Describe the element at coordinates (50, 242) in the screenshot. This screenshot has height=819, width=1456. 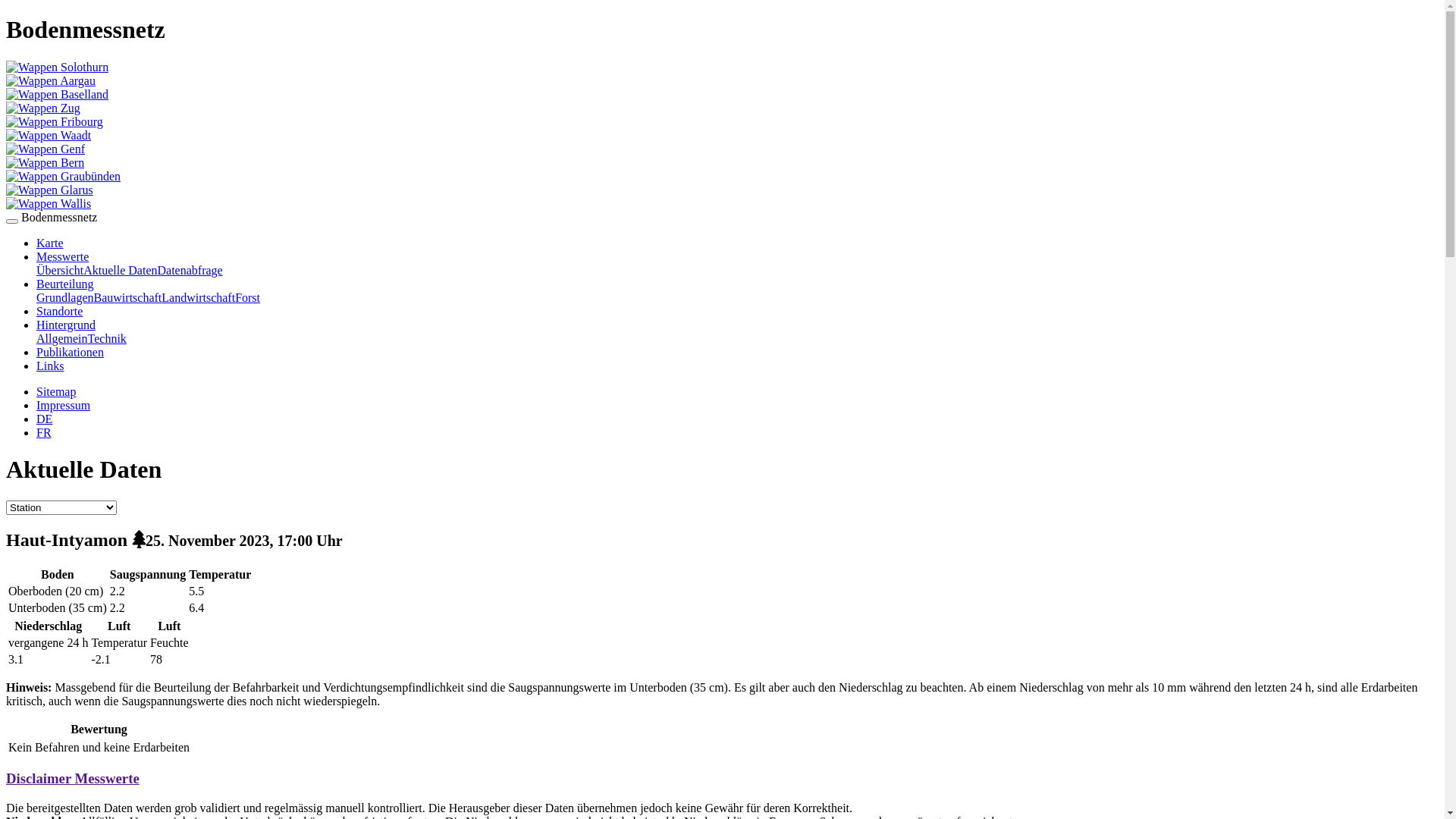
I see `'Karte'` at that location.